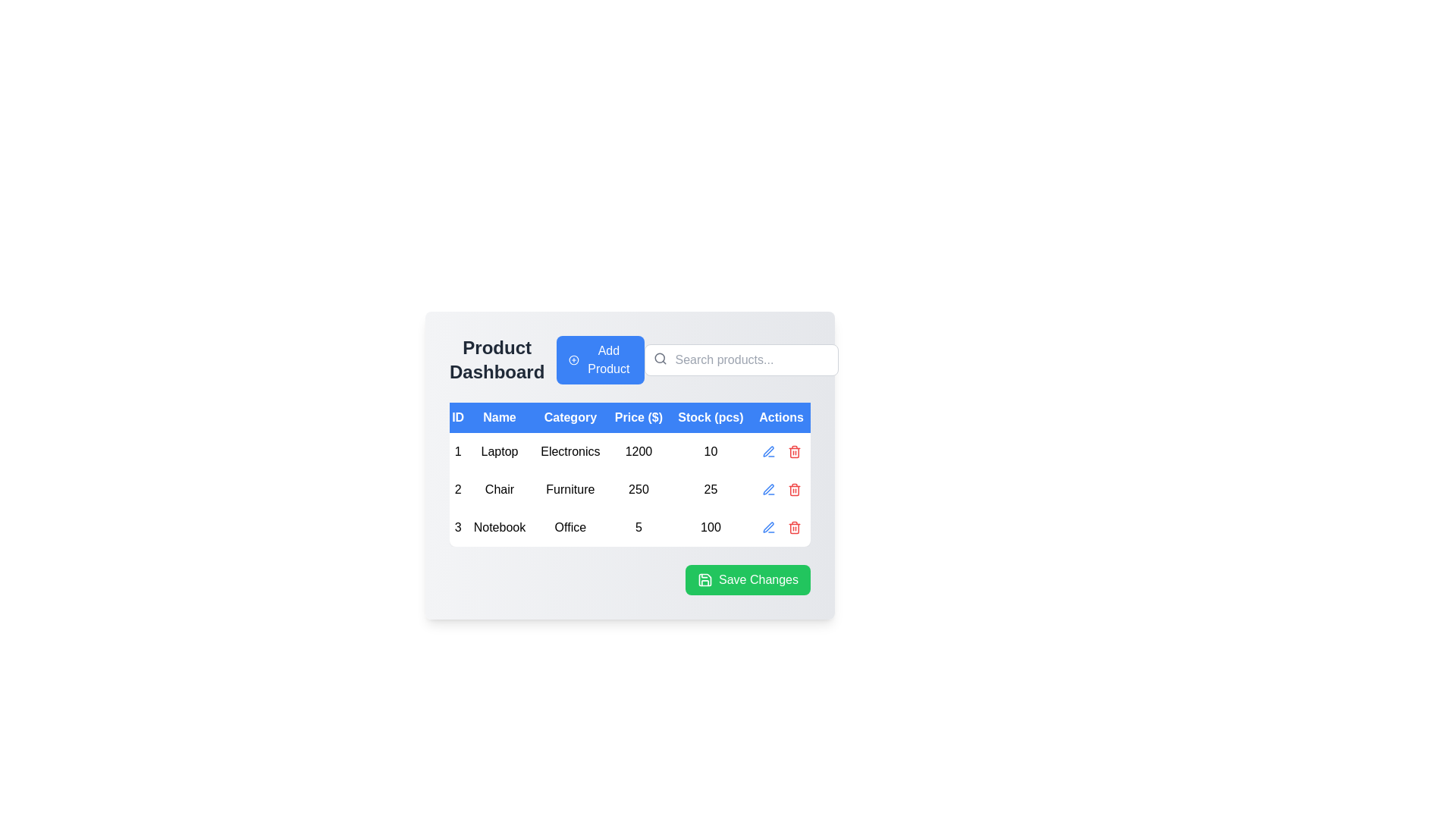 Image resolution: width=1456 pixels, height=819 pixels. I want to click on the circular icon with a plus symbol in the center, so click(573, 359).